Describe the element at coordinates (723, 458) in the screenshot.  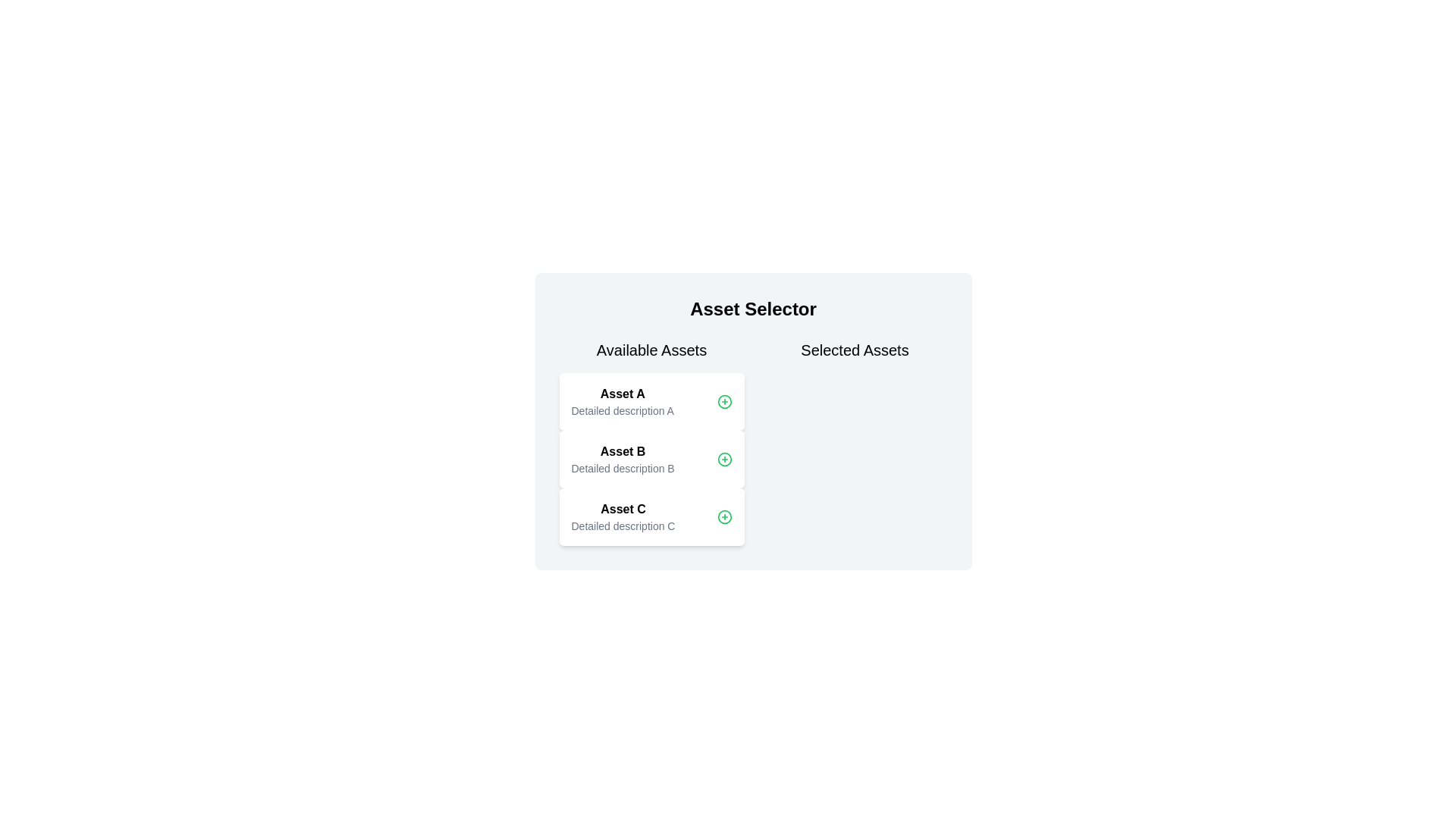
I see `the SVG Circle within the 'circle-plus' icon located at the end of the 'Asset B' list item in the 'Available Assets' column of the 'Asset Selector' interface` at that location.